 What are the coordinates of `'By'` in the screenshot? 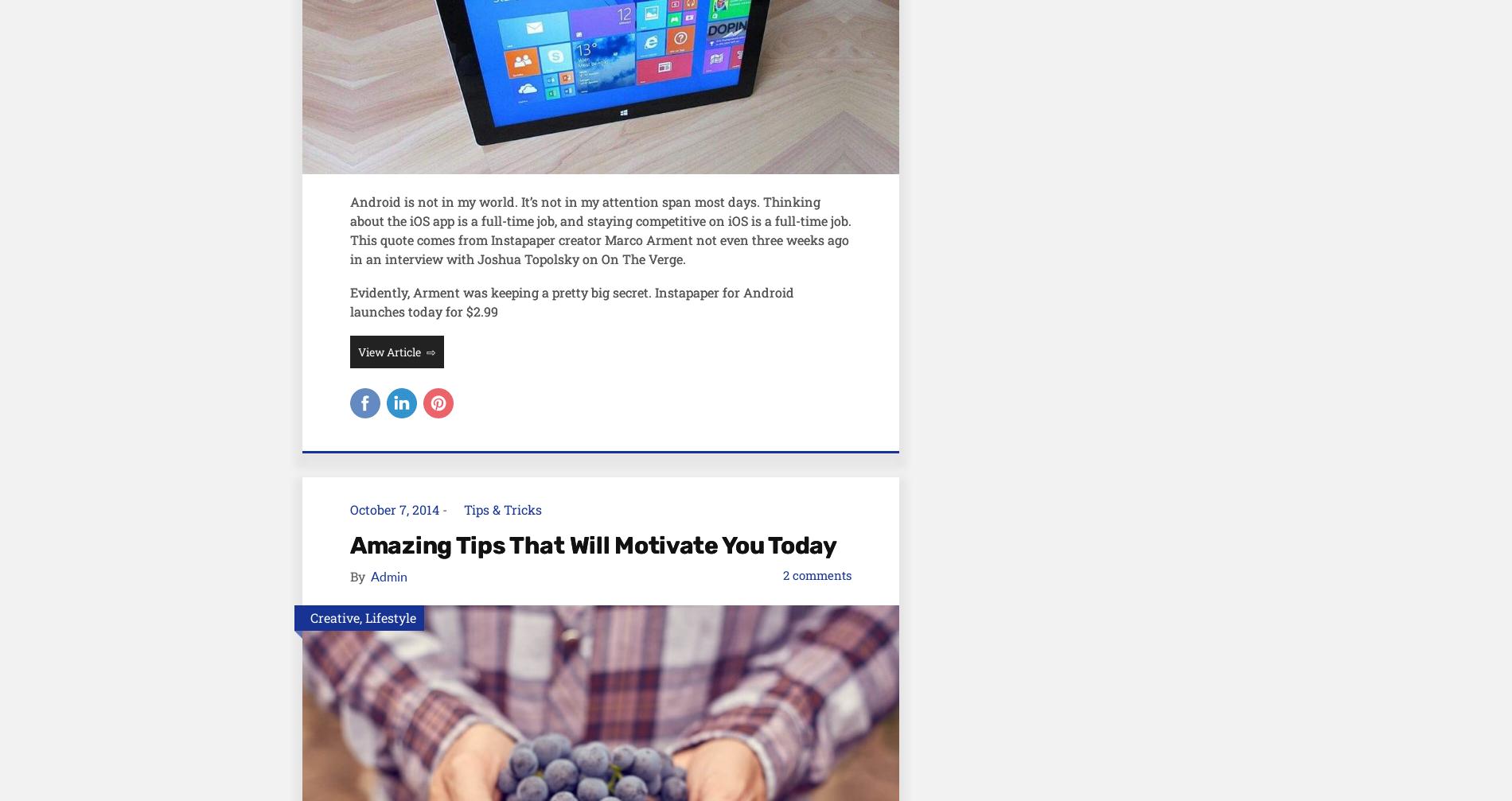 It's located at (358, 574).